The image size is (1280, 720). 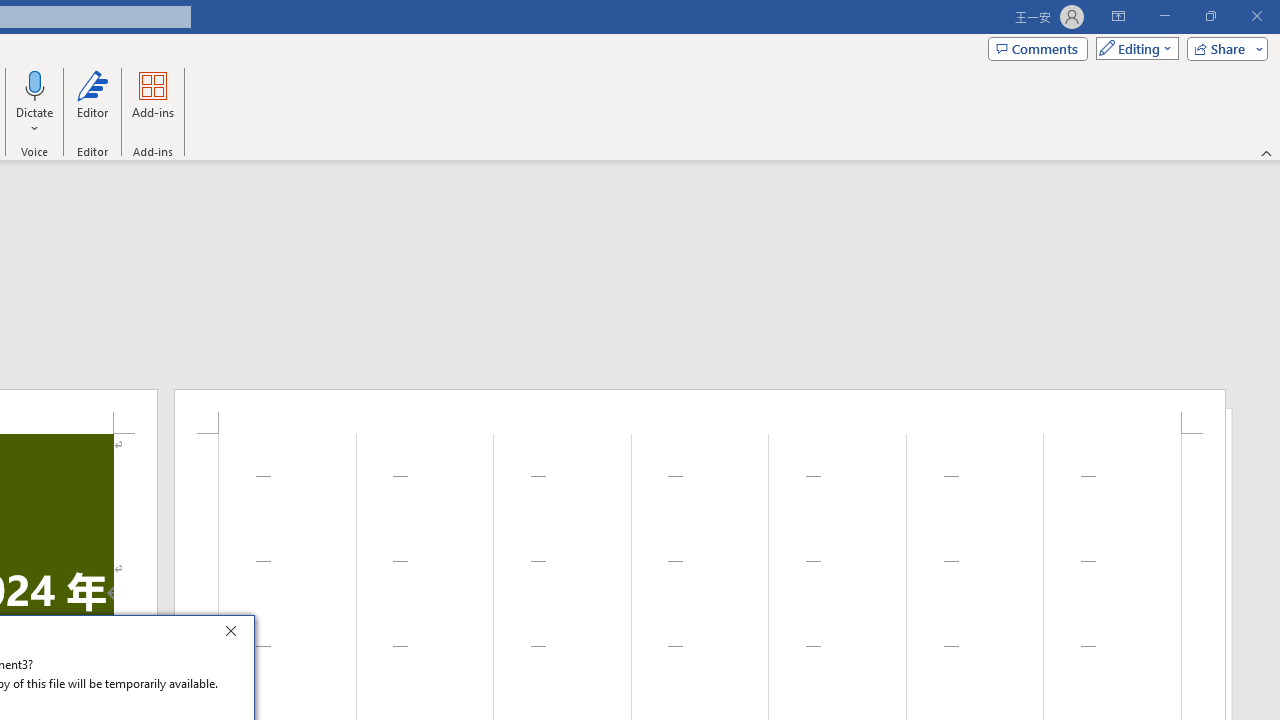 What do you see at coordinates (700, 410) in the screenshot?
I see `'Header -Section 1-'` at bounding box center [700, 410].